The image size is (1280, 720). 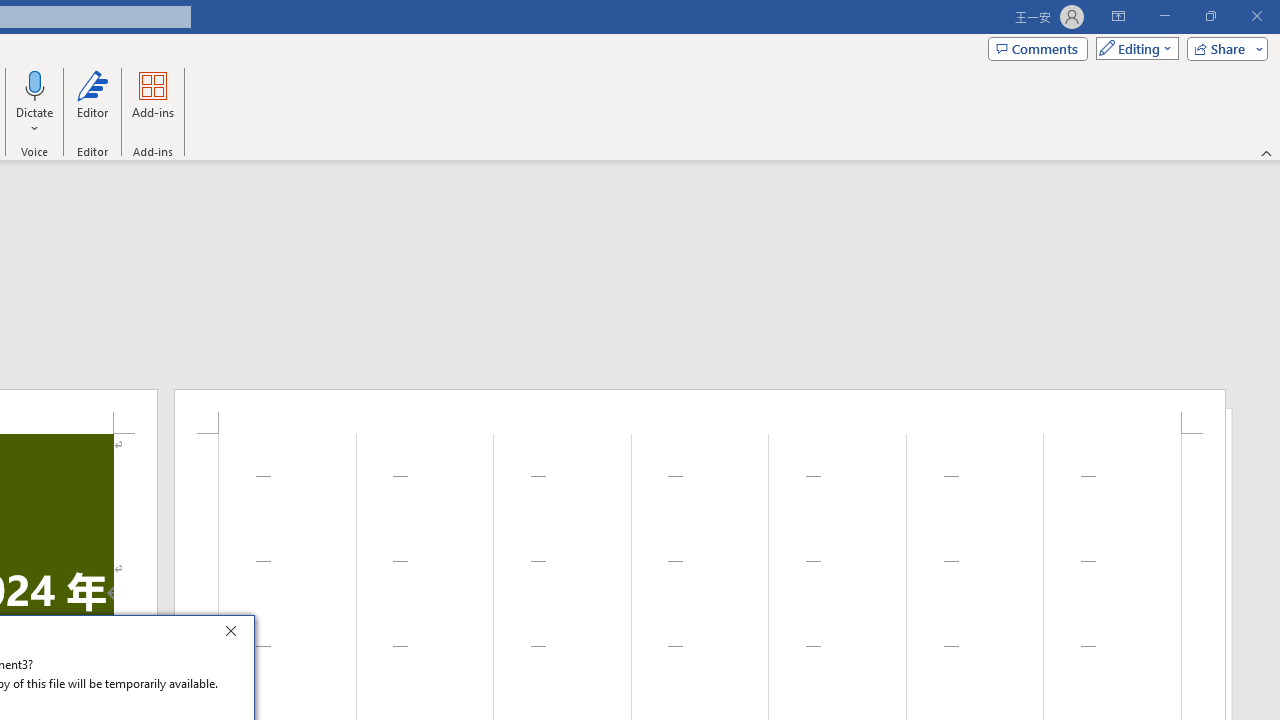 What do you see at coordinates (700, 410) in the screenshot?
I see `'Header -Section 1-'` at bounding box center [700, 410].